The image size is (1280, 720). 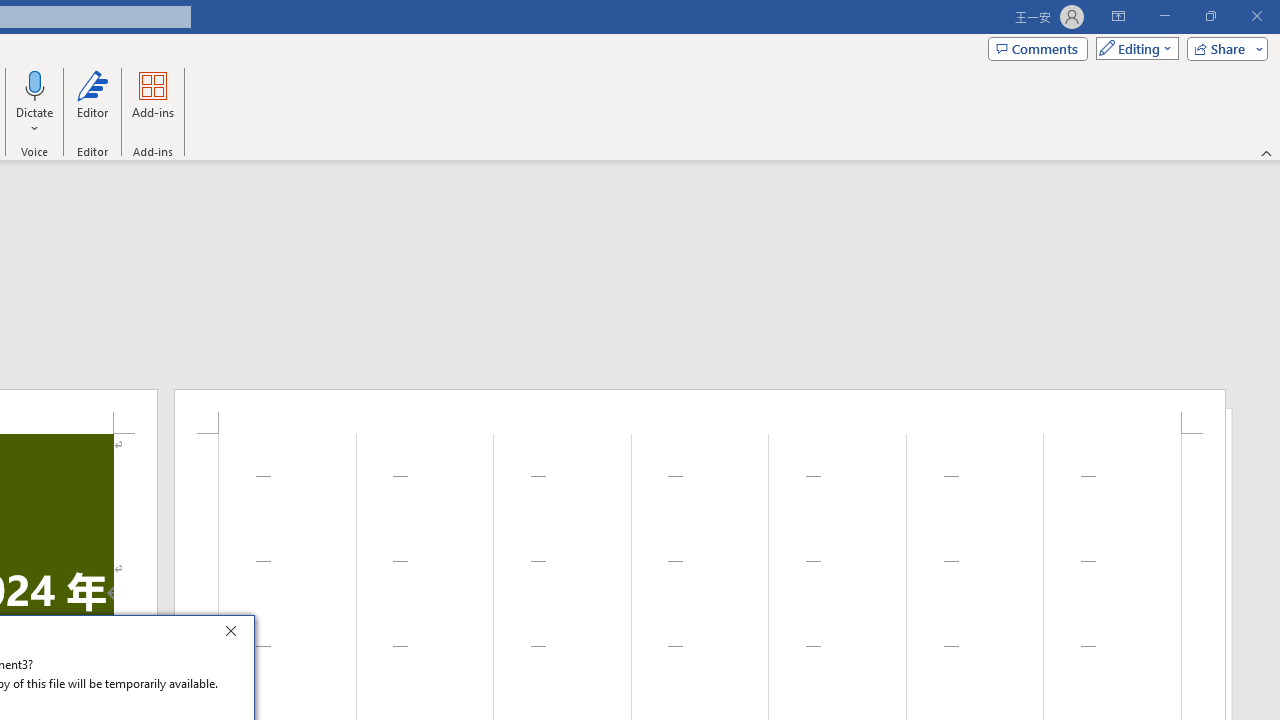 What do you see at coordinates (700, 410) in the screenshot?
I see `'Header -Section 1-'` at bounding box center [700, 410].